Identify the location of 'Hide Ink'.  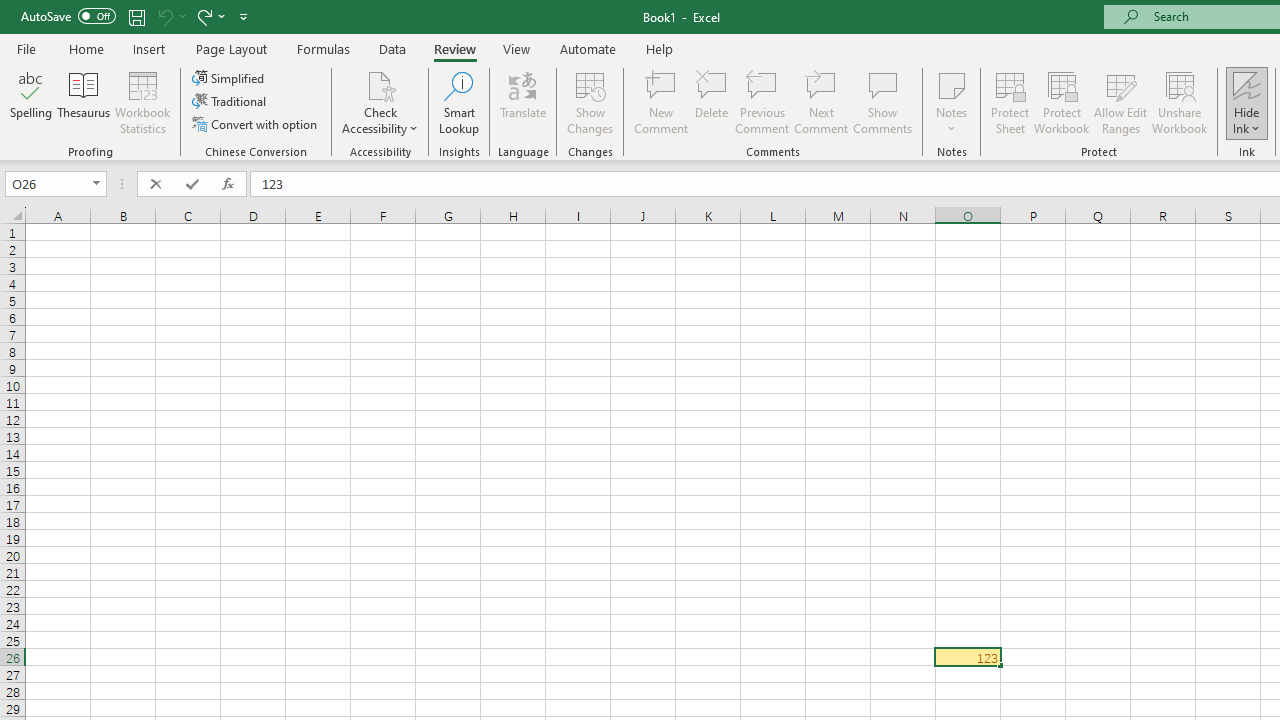
(1246, 103).